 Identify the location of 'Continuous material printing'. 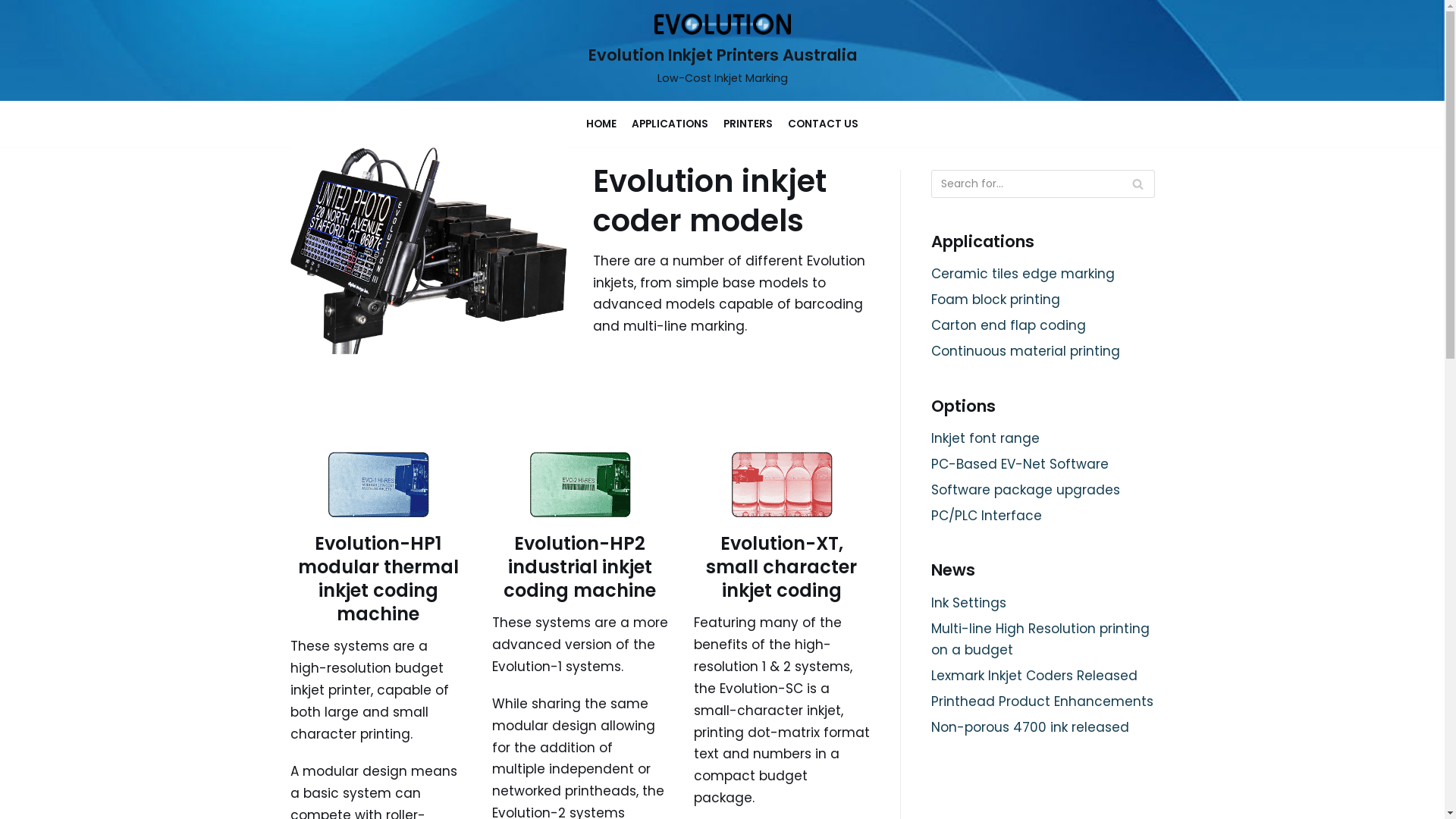
(1025, 350).